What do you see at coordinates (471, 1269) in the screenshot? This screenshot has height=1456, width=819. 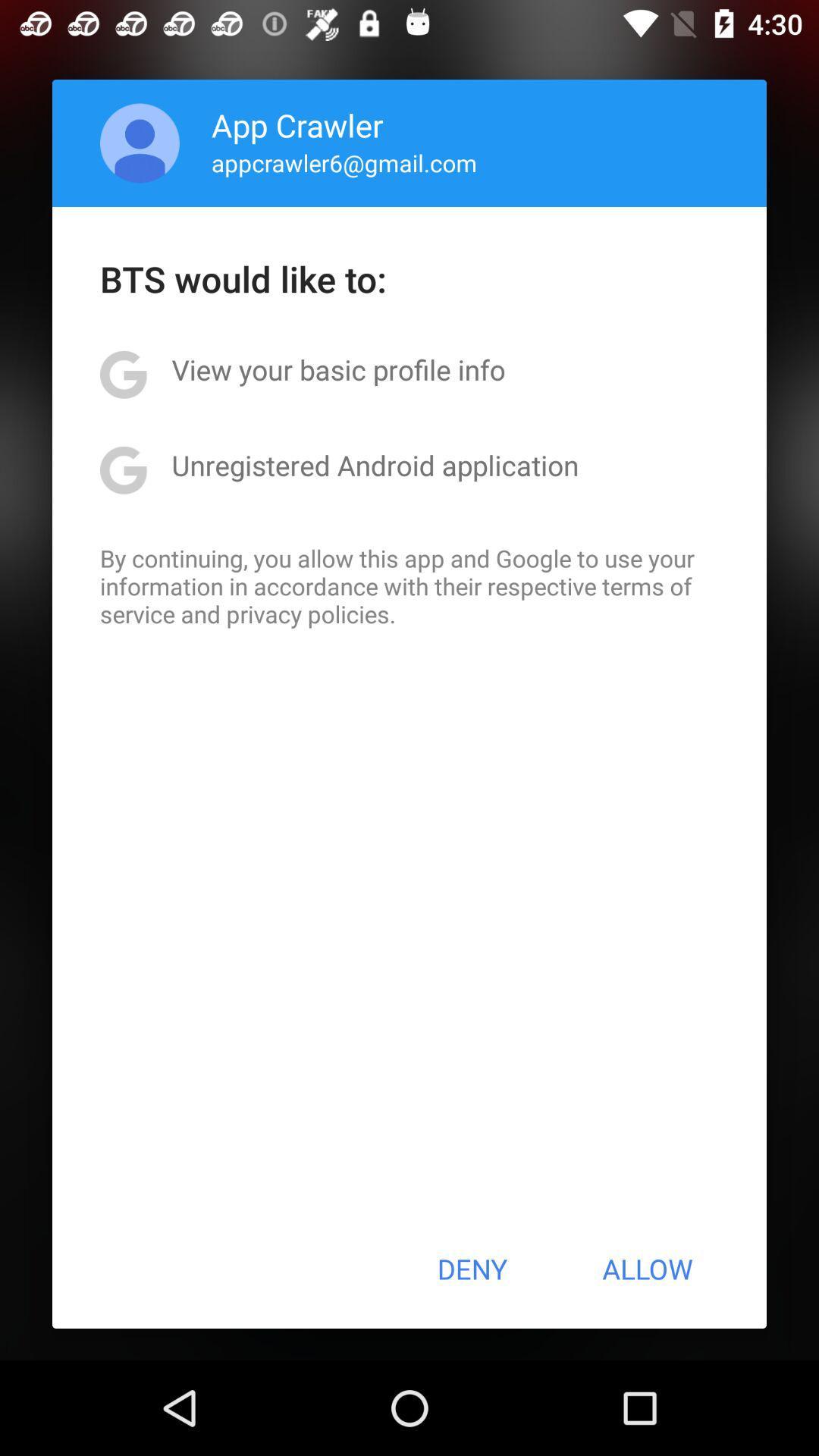 I see `icon to the left of allow item` at bounding box center [471, 1269].